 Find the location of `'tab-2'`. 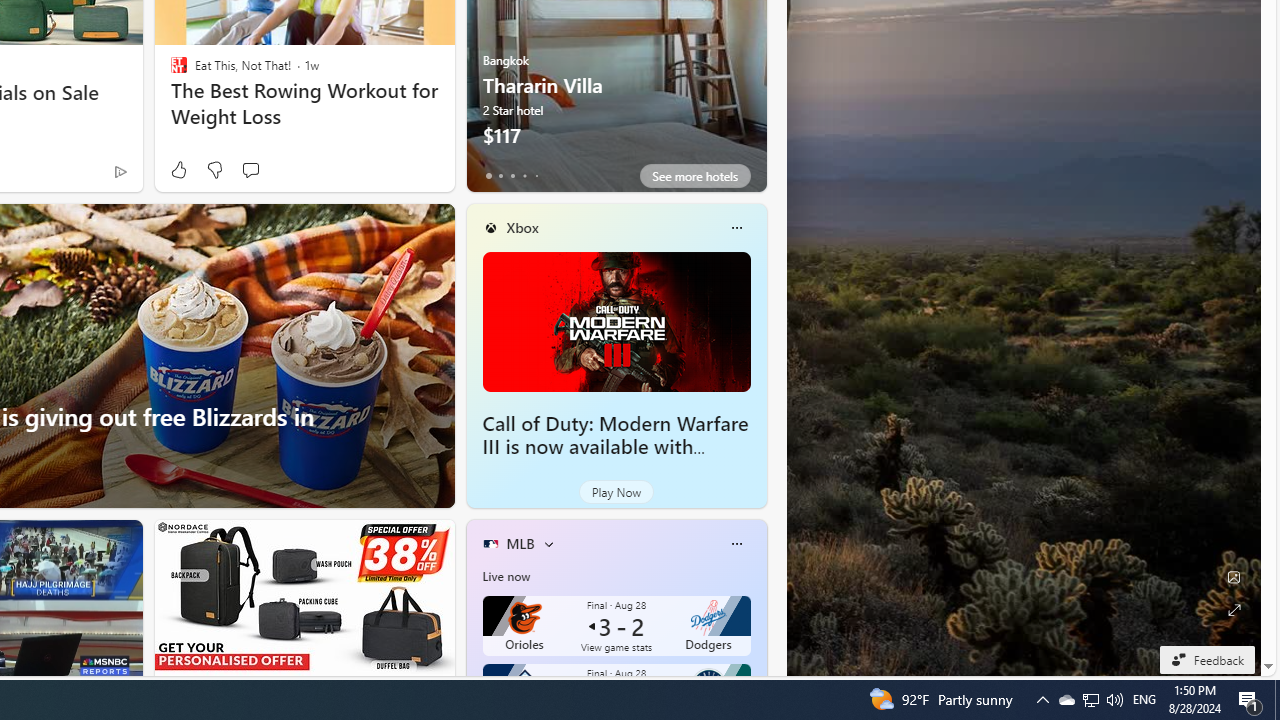

'tab-2' is located at coordinates (512, 175).